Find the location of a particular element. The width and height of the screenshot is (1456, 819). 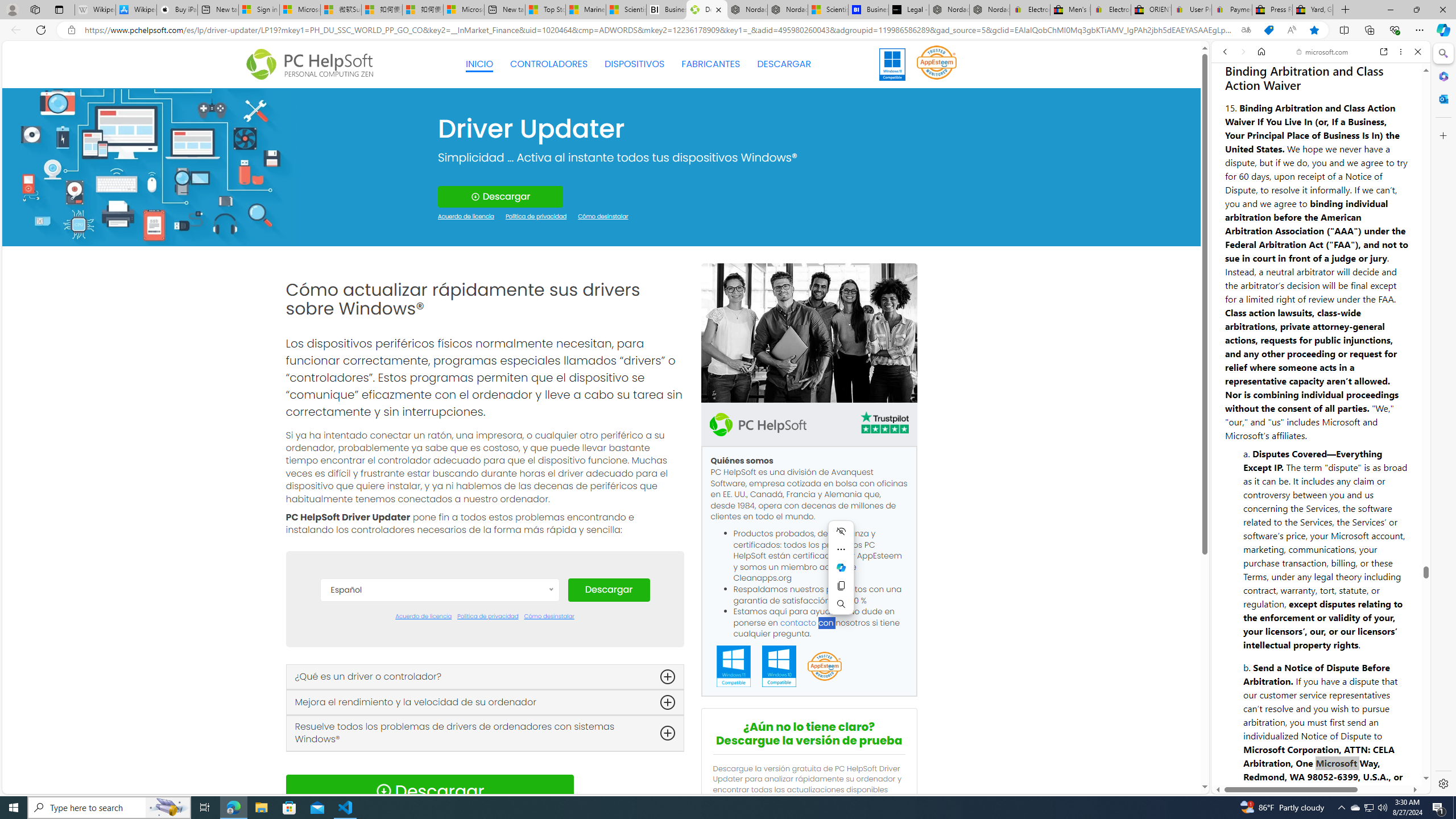

'Nordace - Summer Adventures 2024' is located at coordinates (949, 9).